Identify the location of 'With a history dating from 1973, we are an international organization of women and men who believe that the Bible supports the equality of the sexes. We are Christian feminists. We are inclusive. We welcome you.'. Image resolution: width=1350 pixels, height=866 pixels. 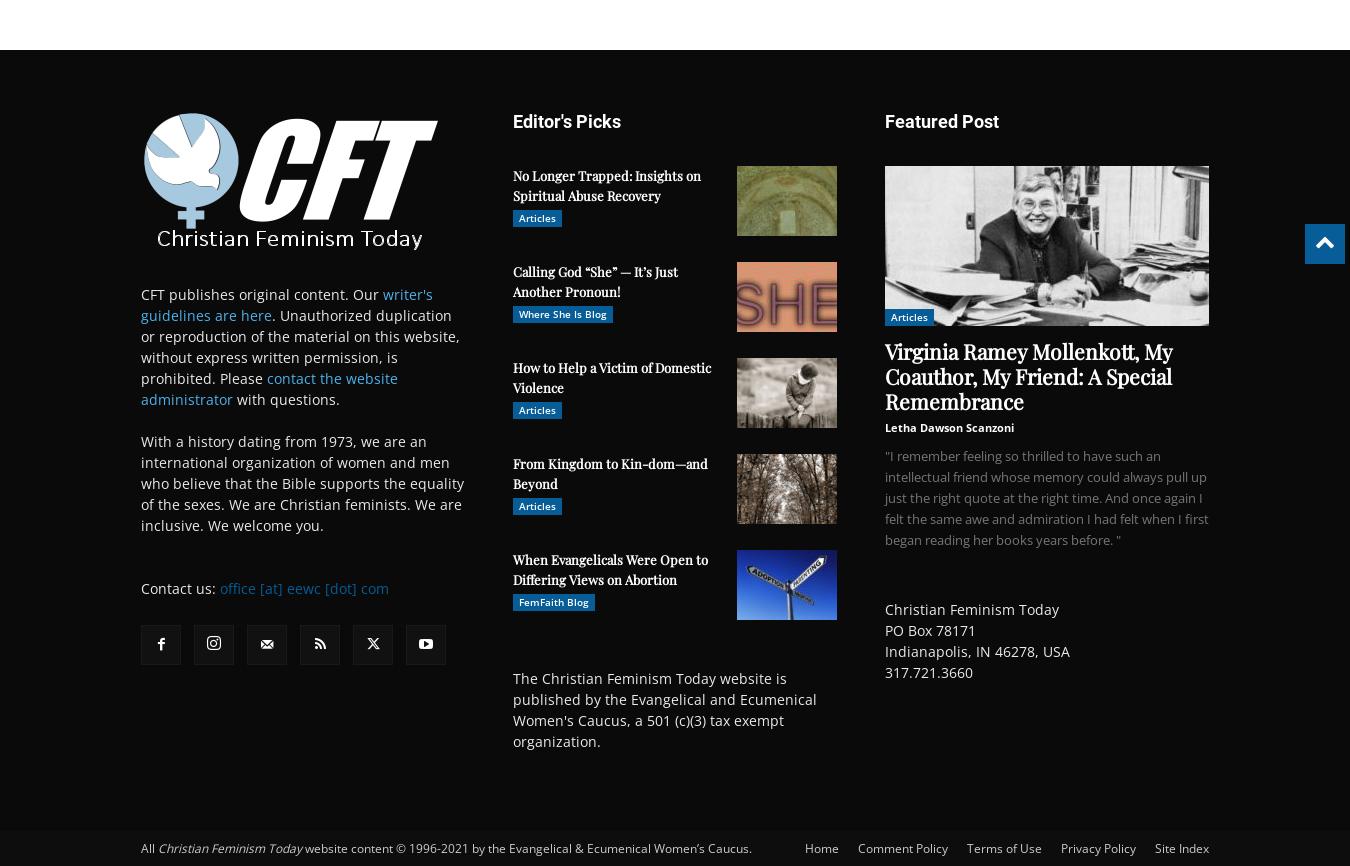
(301, 483).